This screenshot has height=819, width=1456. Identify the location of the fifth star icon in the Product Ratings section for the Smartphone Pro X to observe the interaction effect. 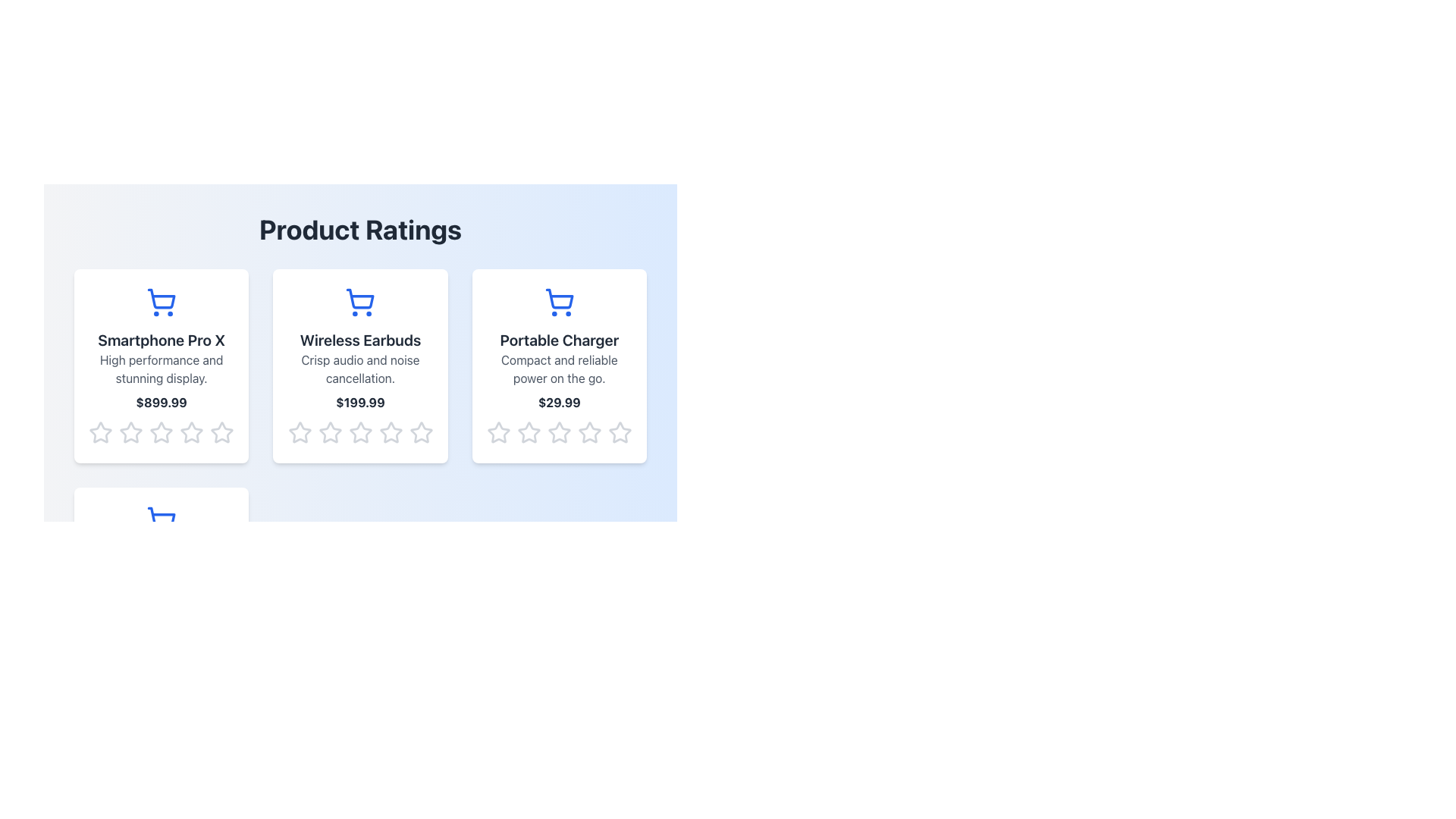
(221, 432).